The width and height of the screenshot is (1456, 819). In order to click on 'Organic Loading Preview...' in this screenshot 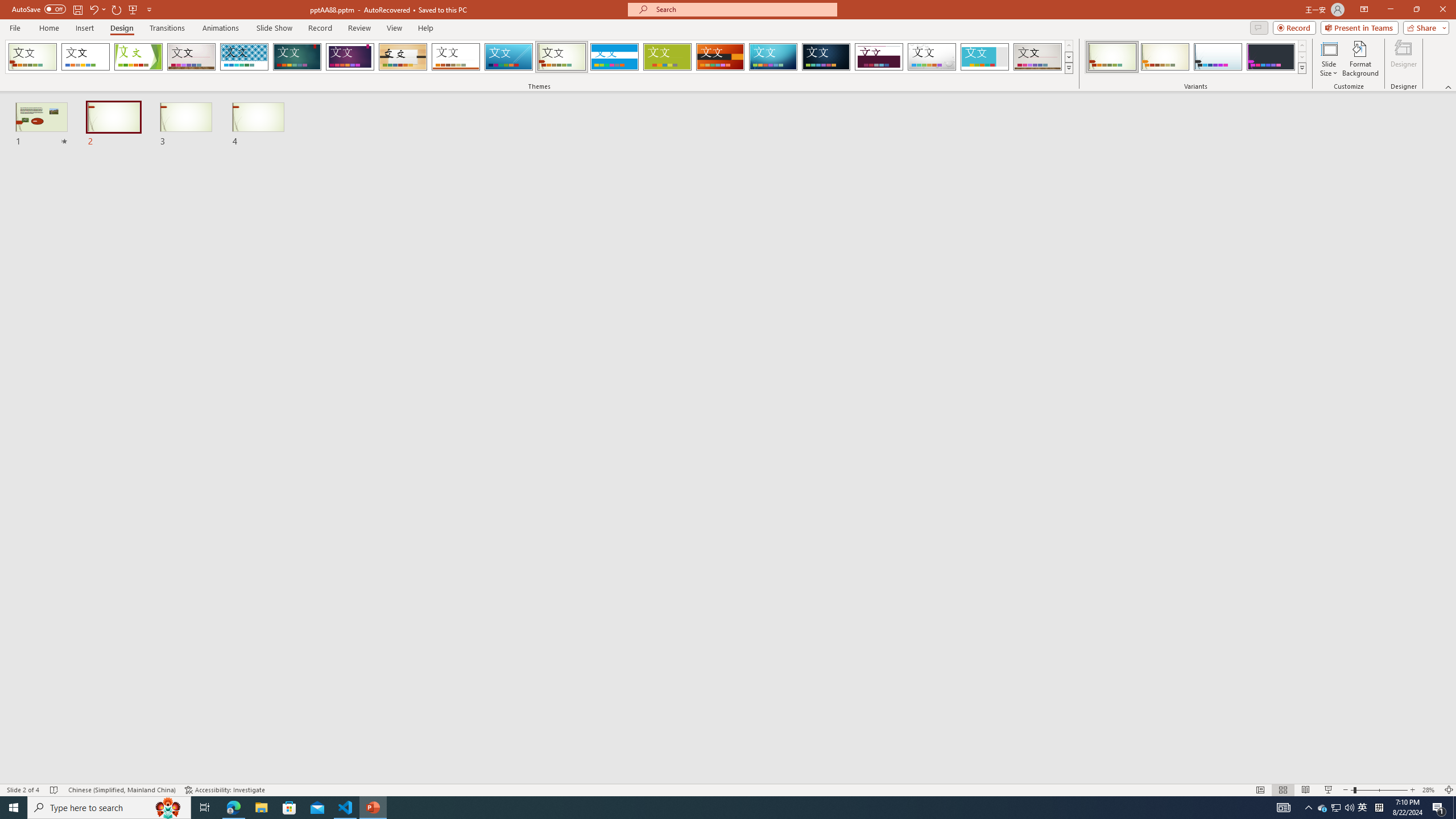, I will do `click(403, 56)`.